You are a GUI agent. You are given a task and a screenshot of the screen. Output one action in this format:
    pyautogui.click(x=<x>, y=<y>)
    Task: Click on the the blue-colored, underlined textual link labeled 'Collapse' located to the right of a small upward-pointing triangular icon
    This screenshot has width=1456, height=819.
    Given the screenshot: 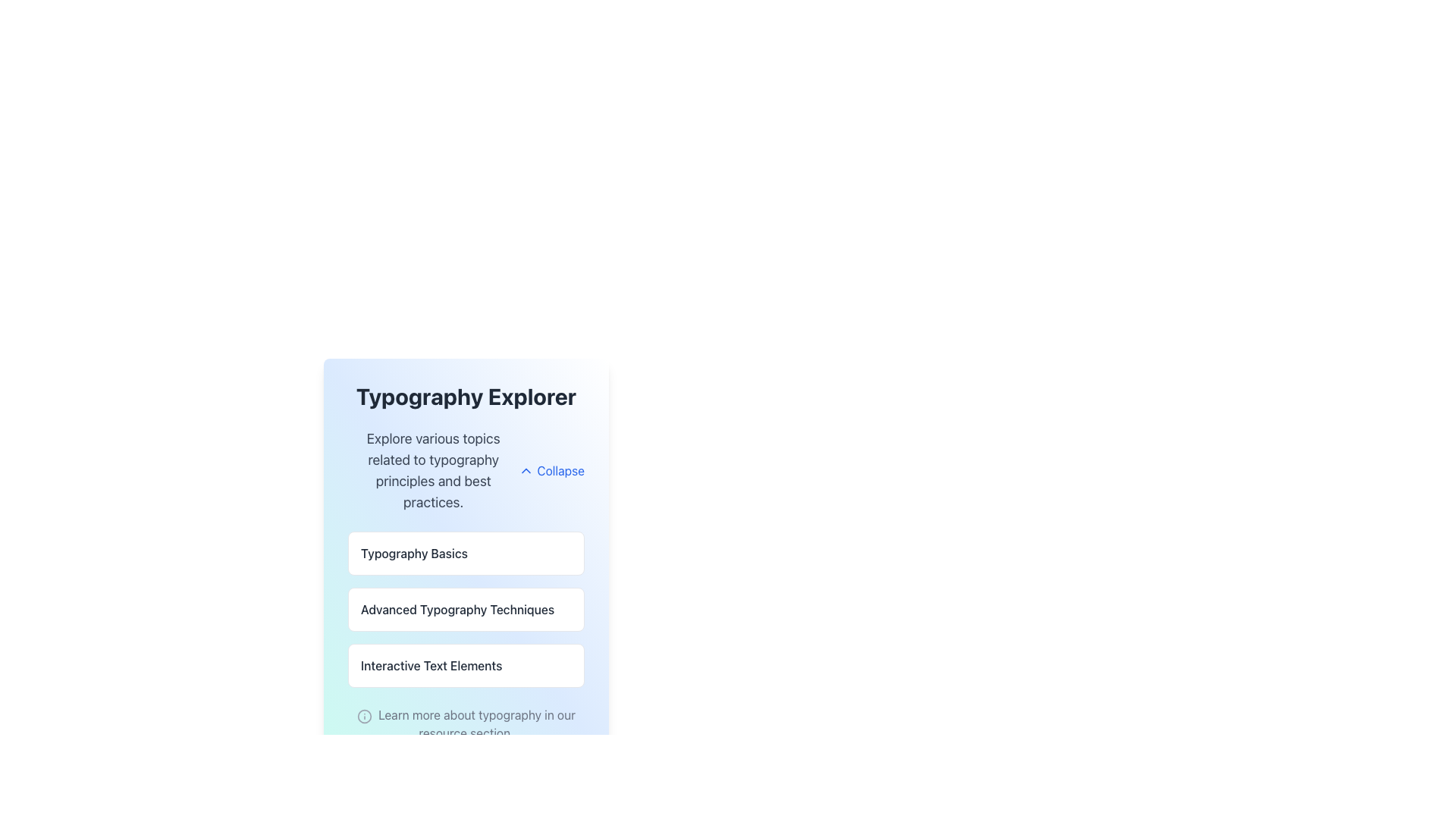 What is the action you would take?
    pyautogui.click(x=551, y=470)
    